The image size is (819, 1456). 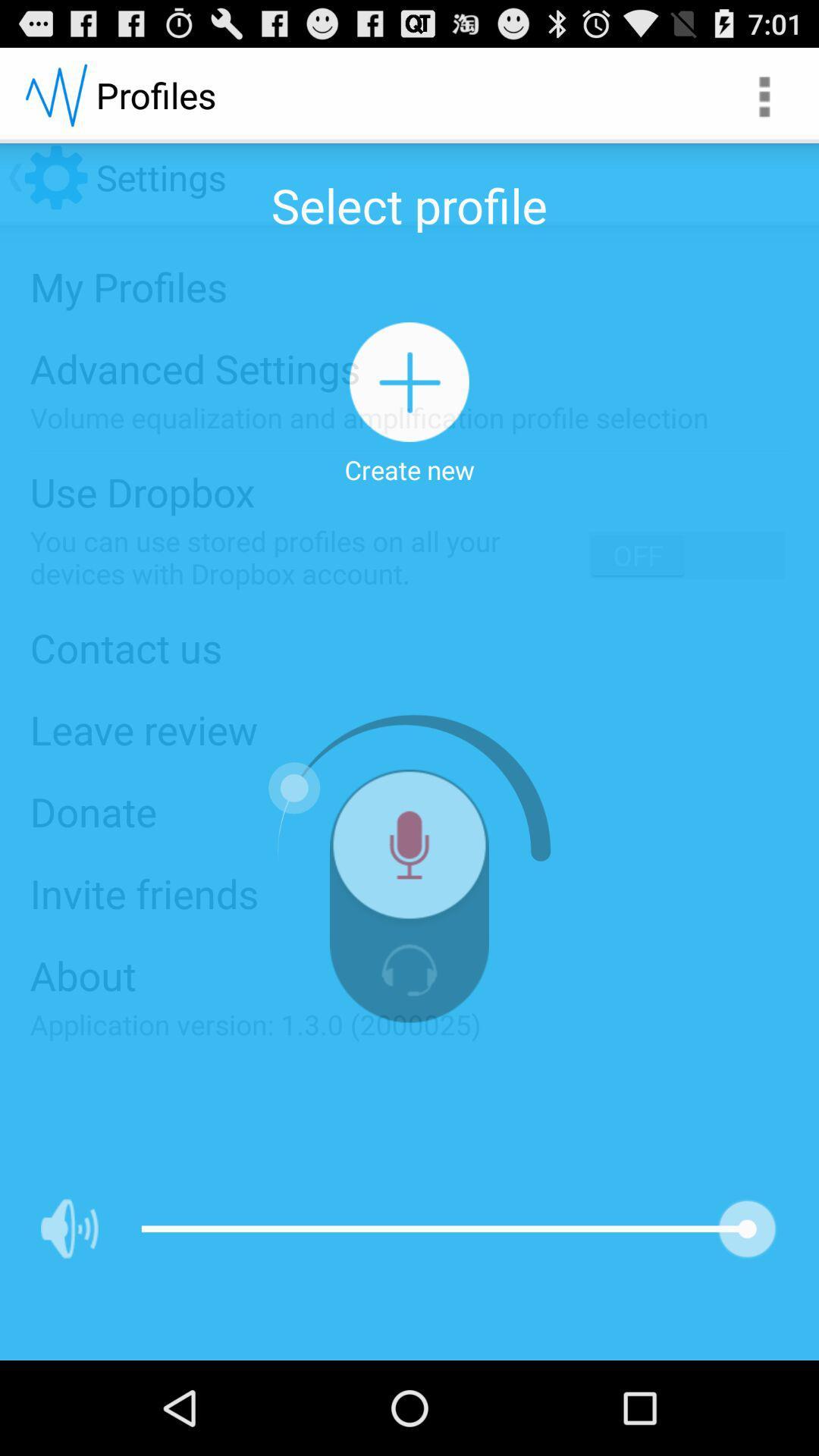 What do you see at coordinates (55, 94) in the screenshot?
I see `left of profiles` at bounding box center [55, 94].